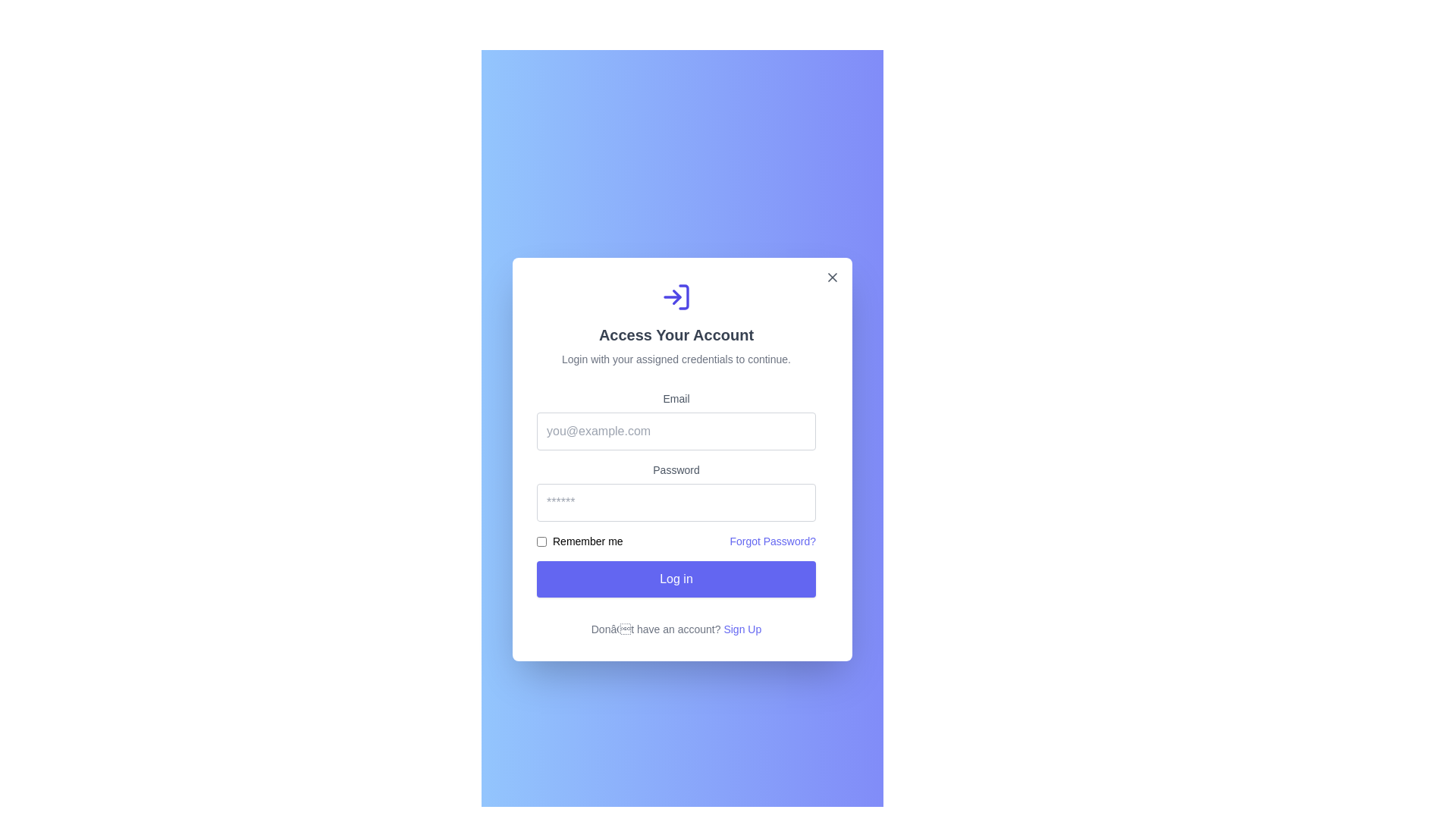  What do you see at coordinates (579, 540) in the screenshot?
I see `the checkbox labeled 'Remember me'` at bounding box center [579, 540].